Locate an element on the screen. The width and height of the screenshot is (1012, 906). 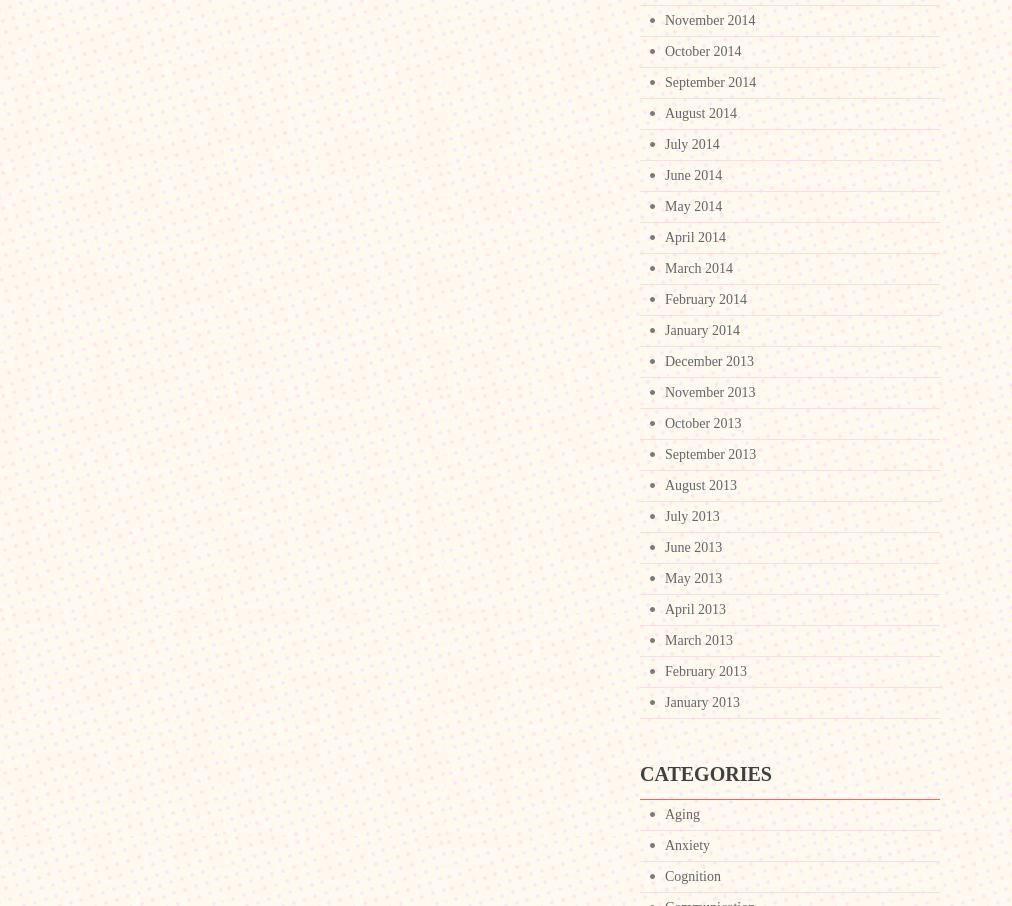
'May 2014' is located at coordinates (693, 205).